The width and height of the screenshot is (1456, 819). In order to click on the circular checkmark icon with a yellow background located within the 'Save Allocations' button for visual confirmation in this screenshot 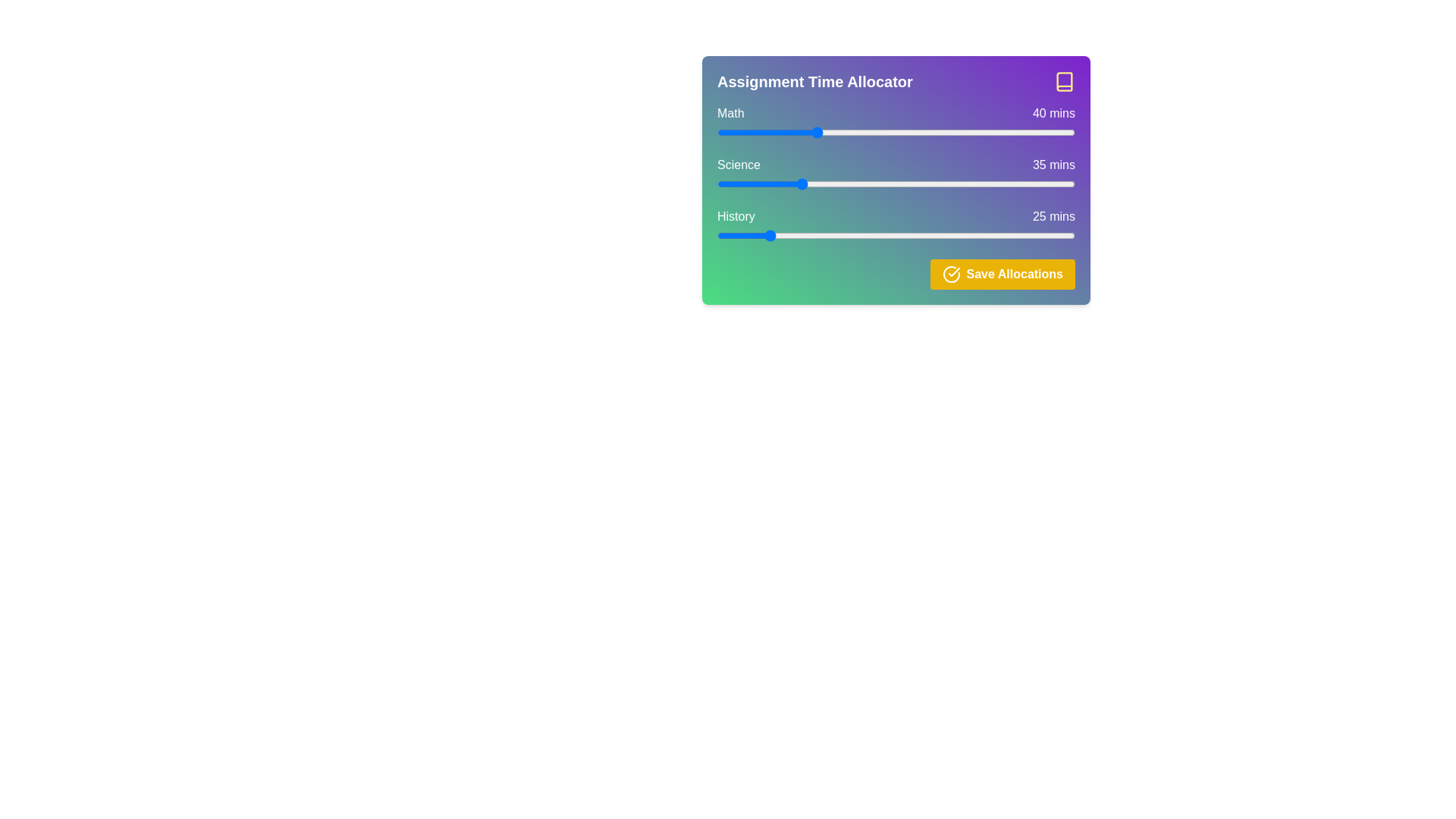, I will do `click(950, 275)`.